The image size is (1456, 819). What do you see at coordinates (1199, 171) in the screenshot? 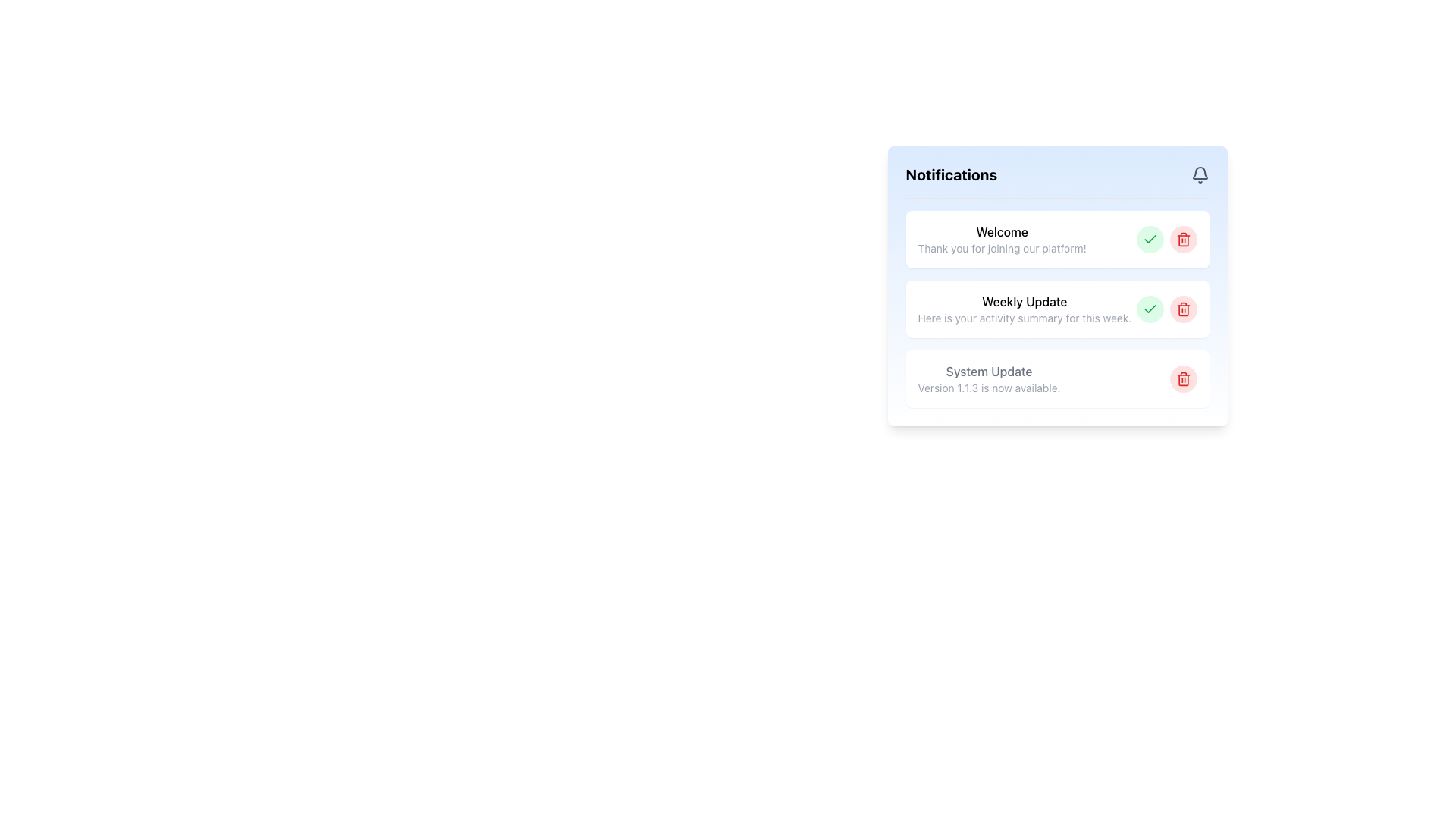
I see `the bell icon located in the top-right corner of the notifications panel` at bounding box center [1199, 171].